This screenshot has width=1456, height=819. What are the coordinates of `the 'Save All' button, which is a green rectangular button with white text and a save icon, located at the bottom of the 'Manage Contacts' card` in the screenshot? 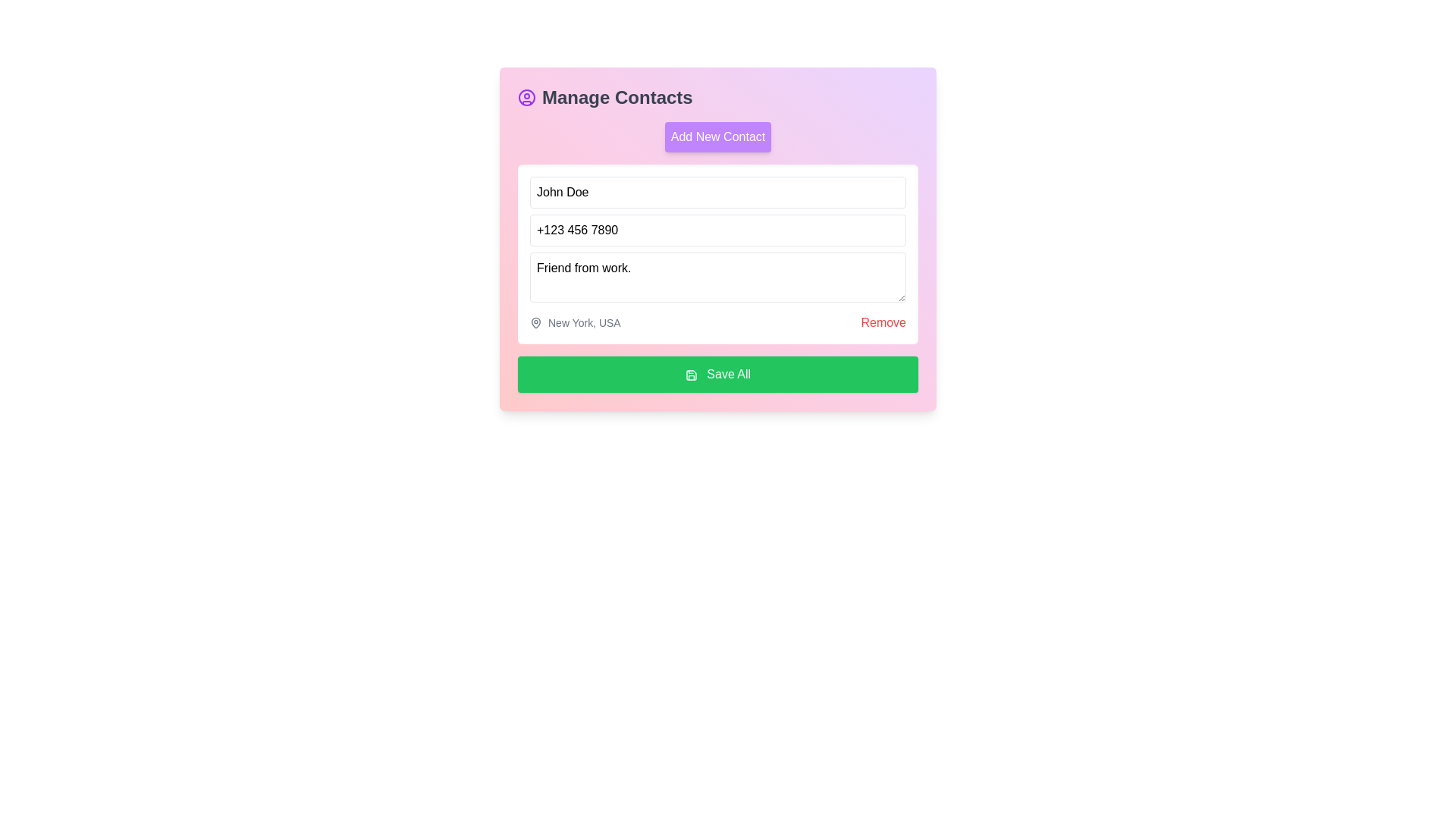 It's located at (717, 374).